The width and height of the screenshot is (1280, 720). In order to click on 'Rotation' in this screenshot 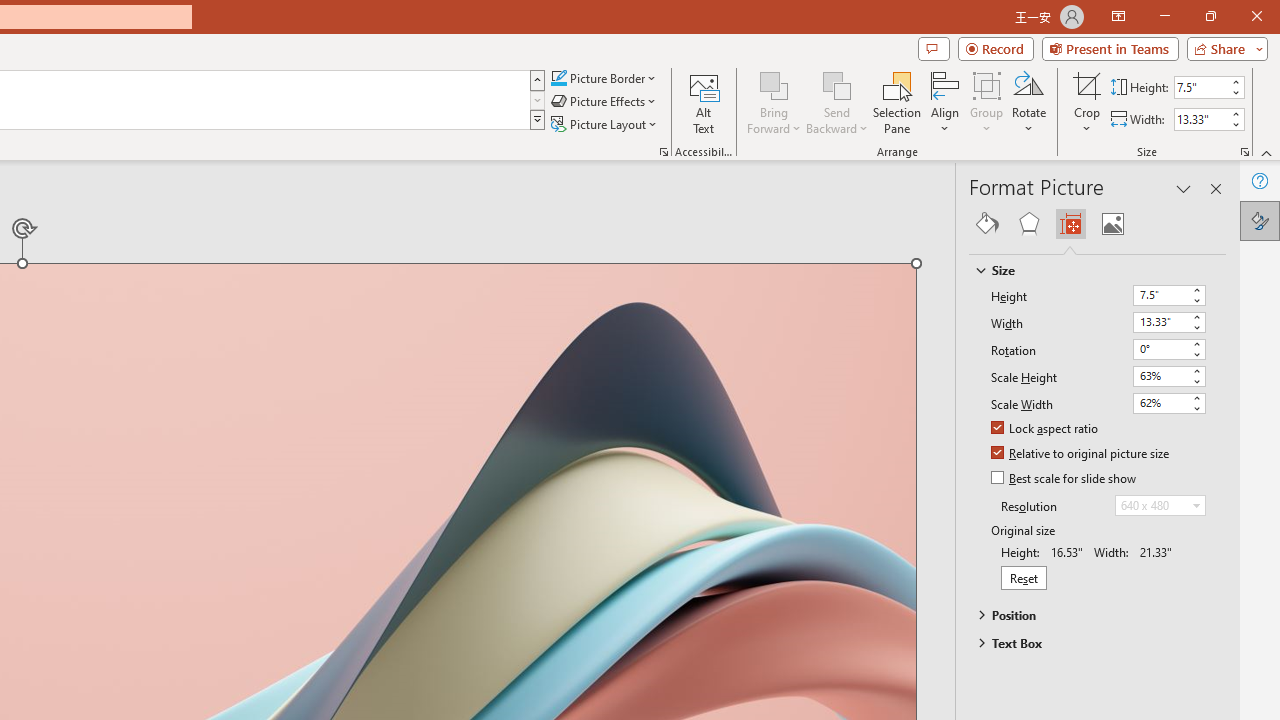, I will do `click(1160, 347)`.